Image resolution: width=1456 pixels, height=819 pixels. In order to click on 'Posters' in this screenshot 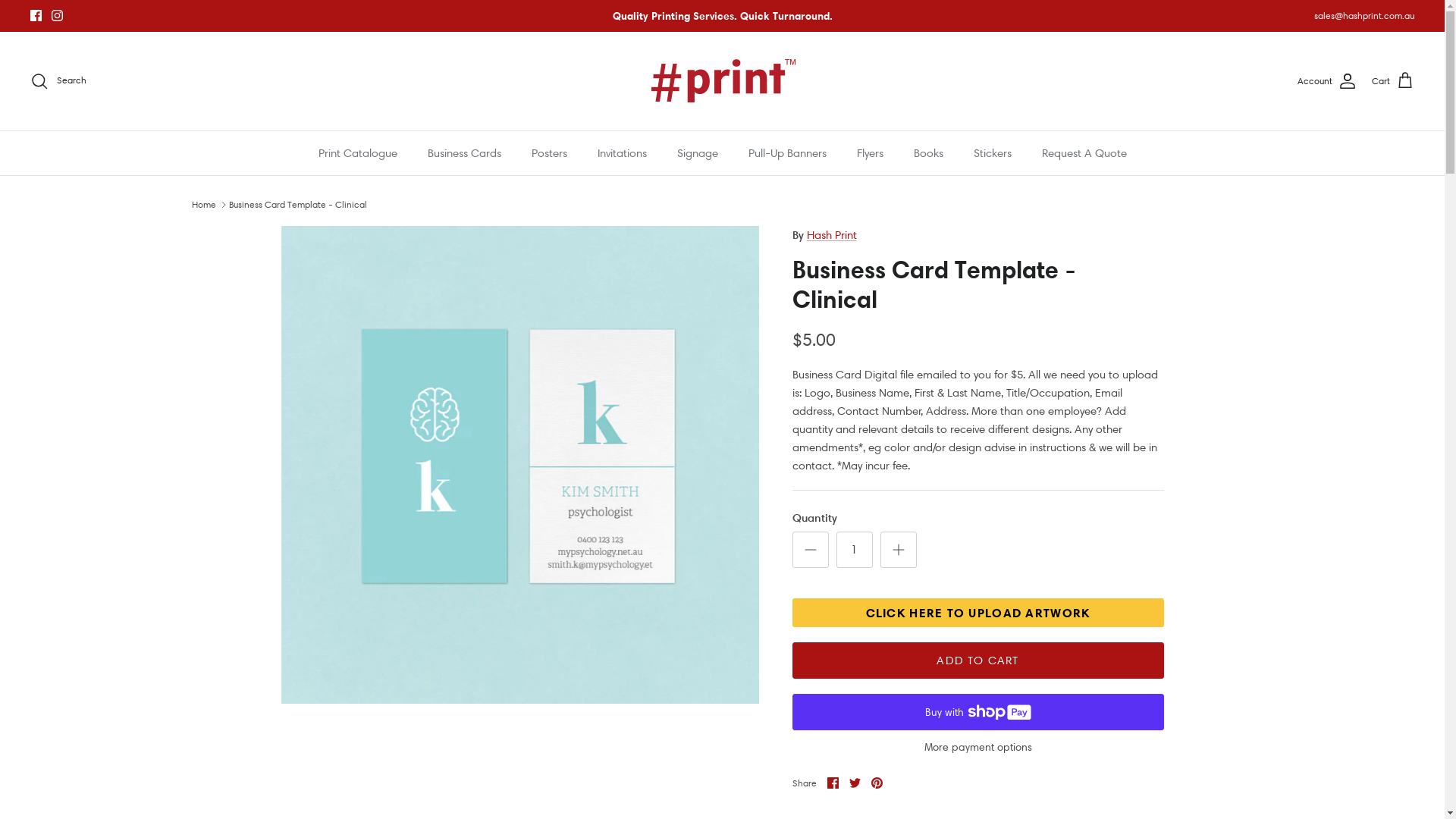, I will do `click(548, 153)`.